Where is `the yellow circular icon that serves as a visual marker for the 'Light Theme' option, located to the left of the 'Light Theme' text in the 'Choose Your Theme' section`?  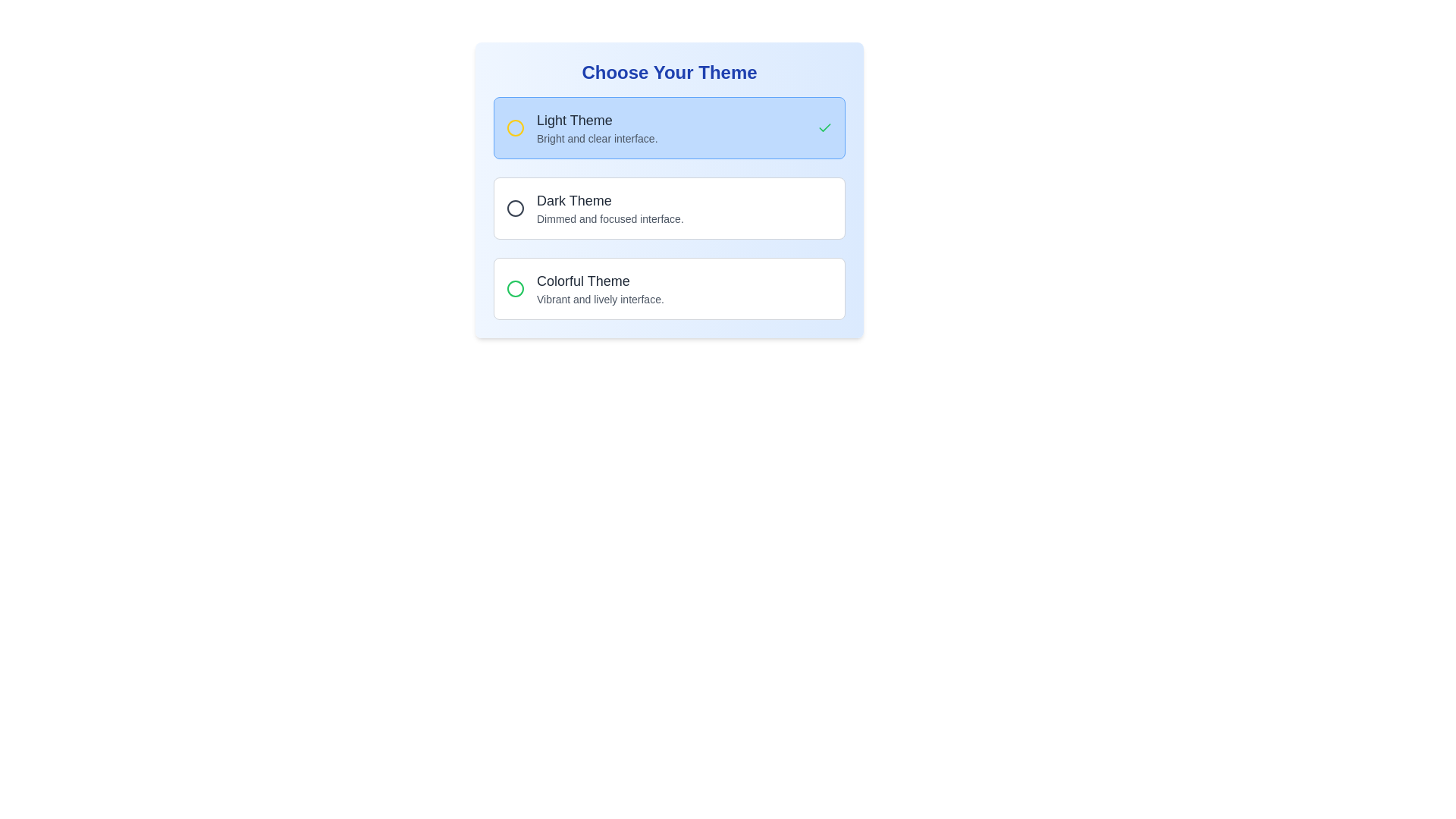 the yellow circular icon that serves as a visual marker for the 'Light Theme' option, located to the left of the 'Light Theme' text in the 'Choose Your Theme' section is located at coordinates (516, 127).